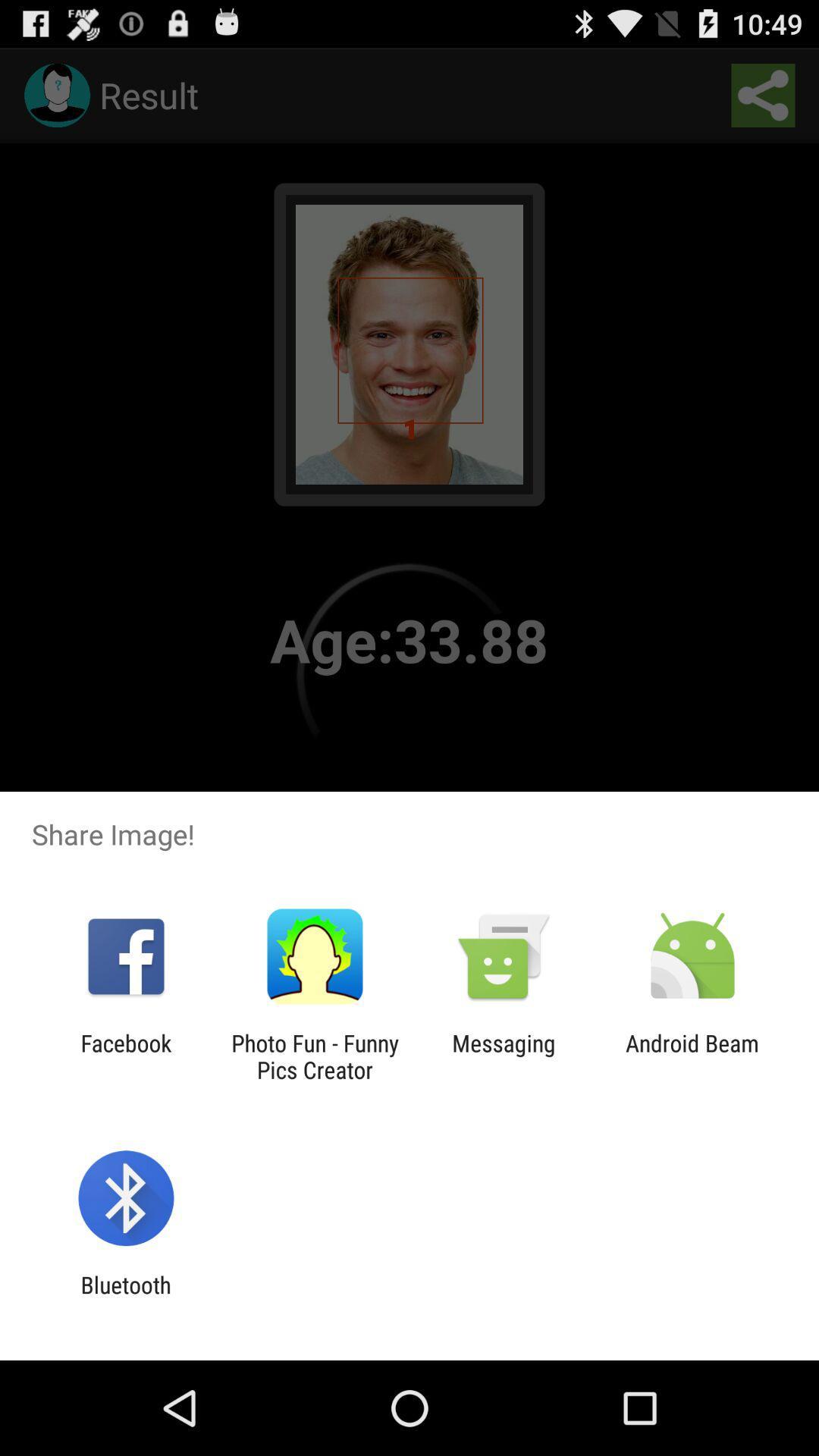 This screenshot has width=819, height=1456. Describe the element at coordinates (504, 1056) in the screenshot. I see `the app to the right of the photo fun funny item` at that location.